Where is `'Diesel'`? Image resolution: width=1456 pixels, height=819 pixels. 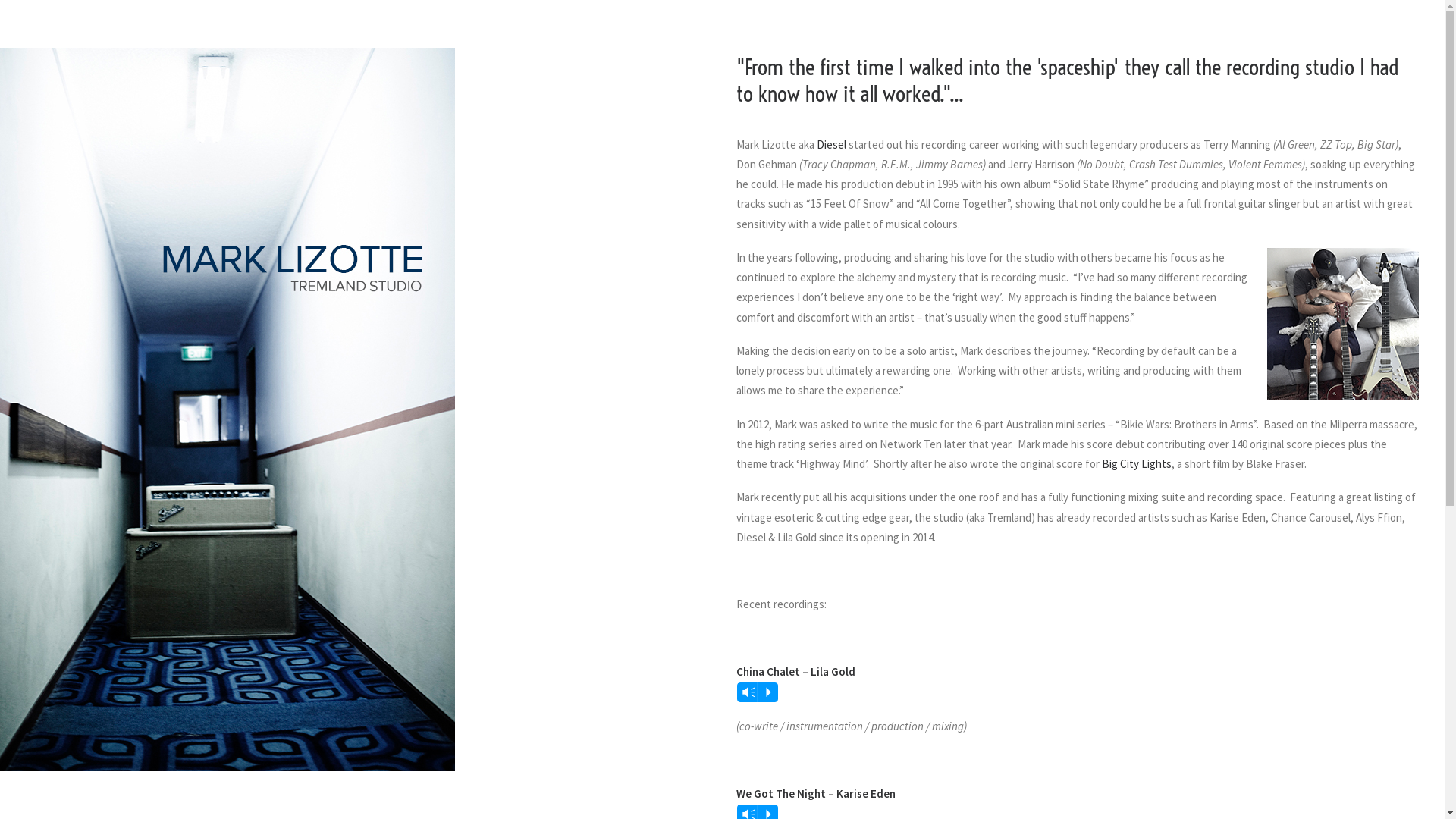 'Diesel' is located at coordinates (830, 144).